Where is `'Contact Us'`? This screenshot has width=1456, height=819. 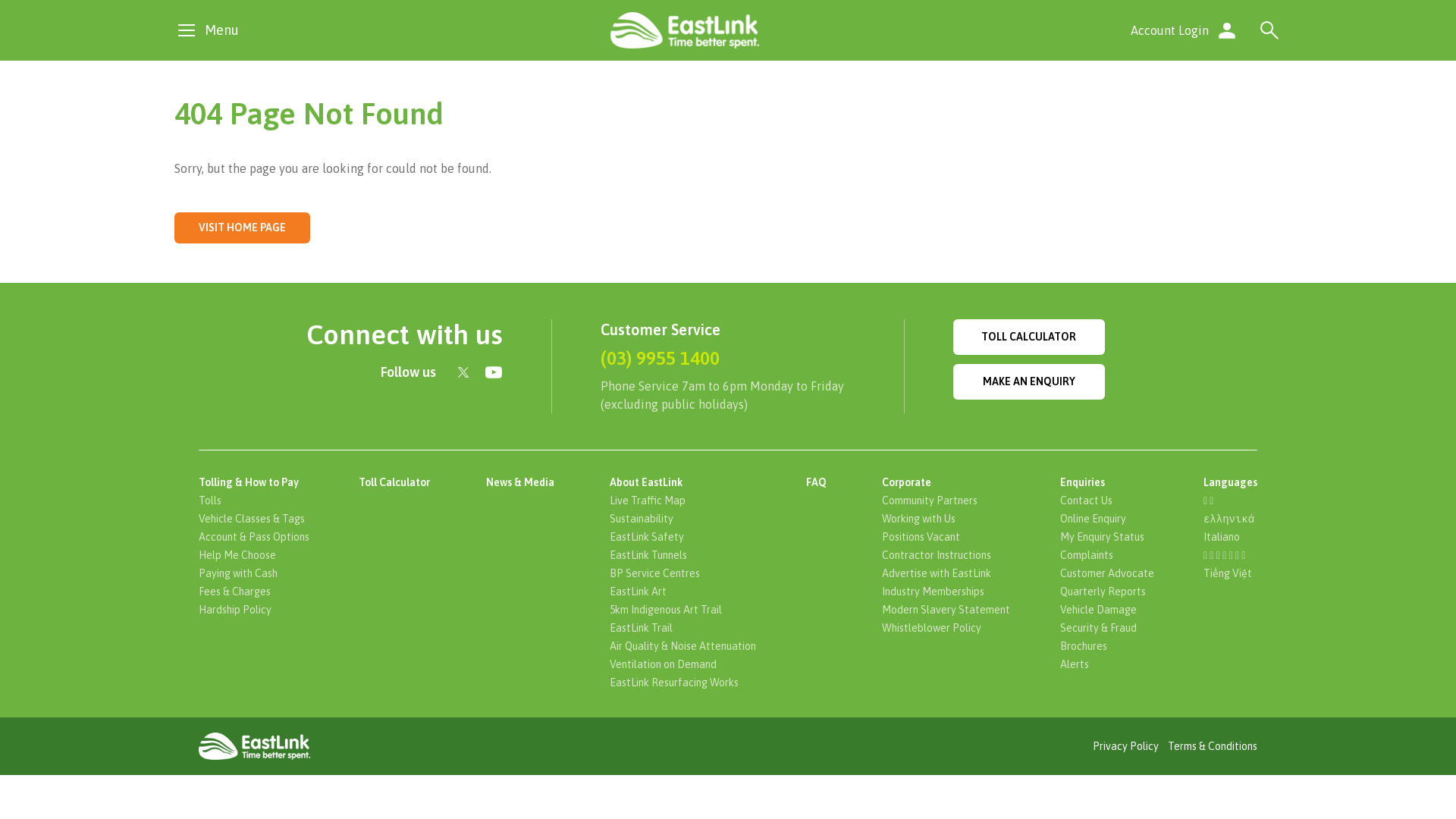 'Contact Us' is located at coordinates (1092, 500).